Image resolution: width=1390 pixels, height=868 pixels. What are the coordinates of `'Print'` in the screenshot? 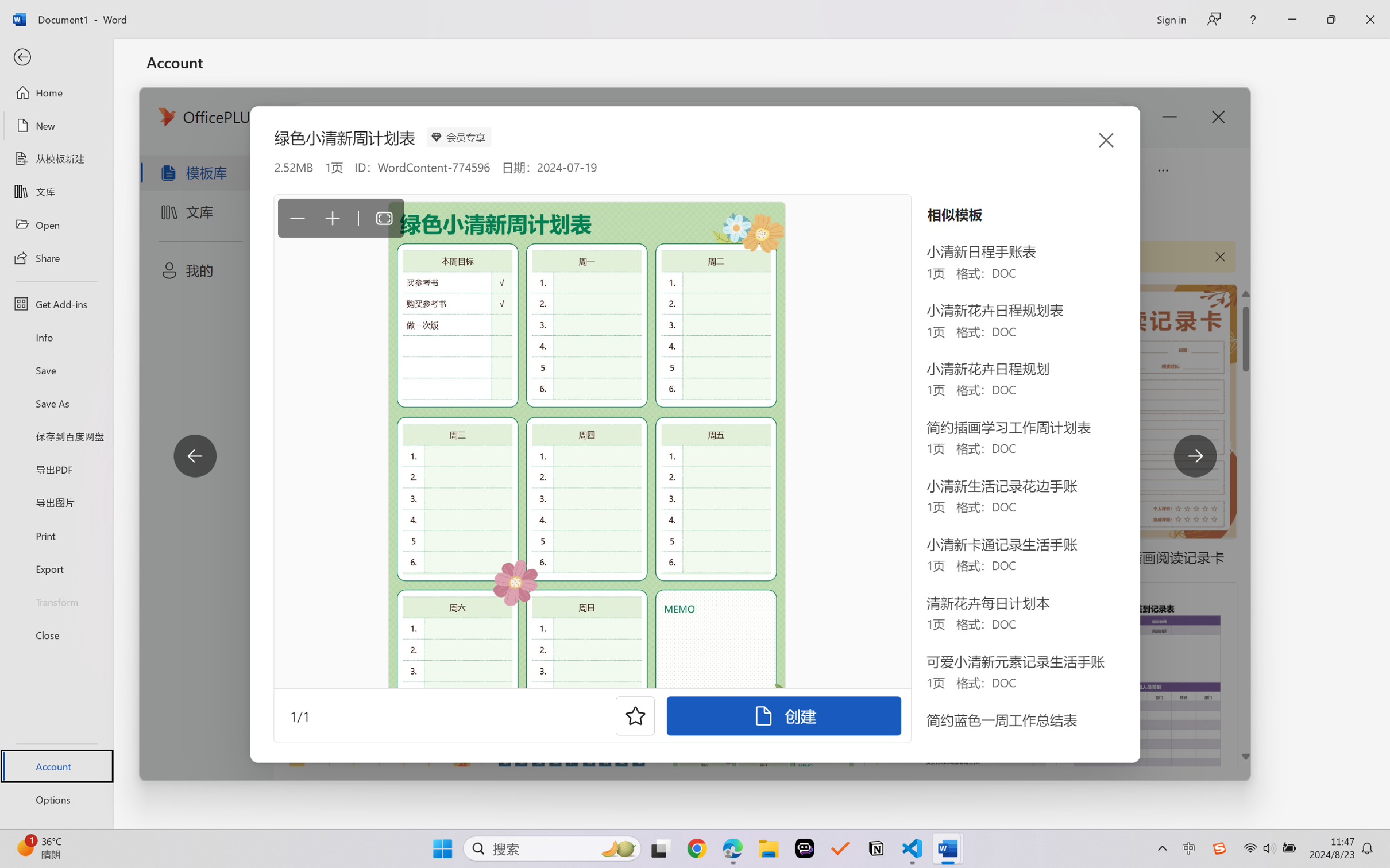 It's located at (56, 536).